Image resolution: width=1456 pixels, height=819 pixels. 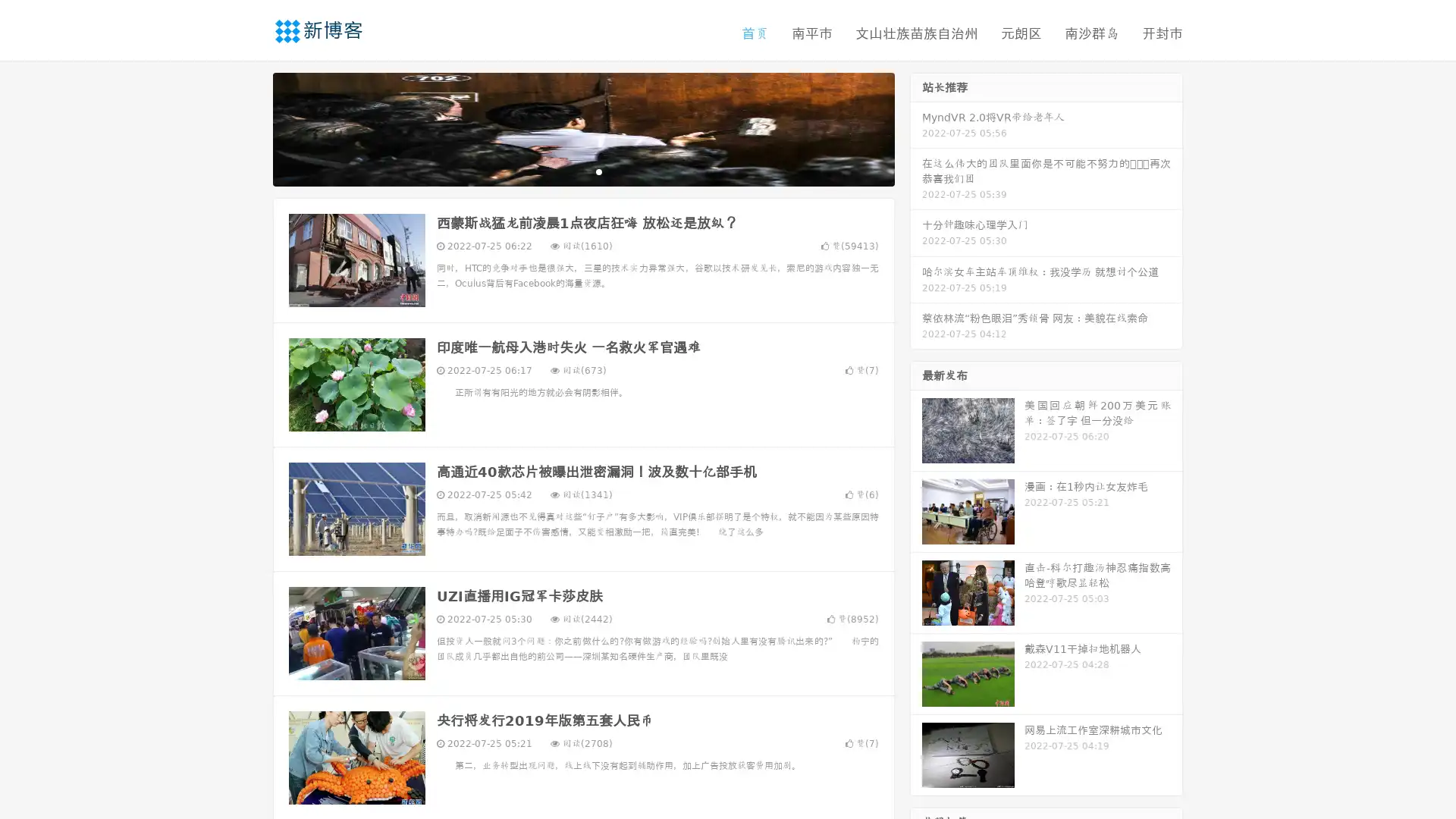 What do you see at coordinates (916, 127) in the screenshot?
I see `Next slide` at bounding box center [916, 127].